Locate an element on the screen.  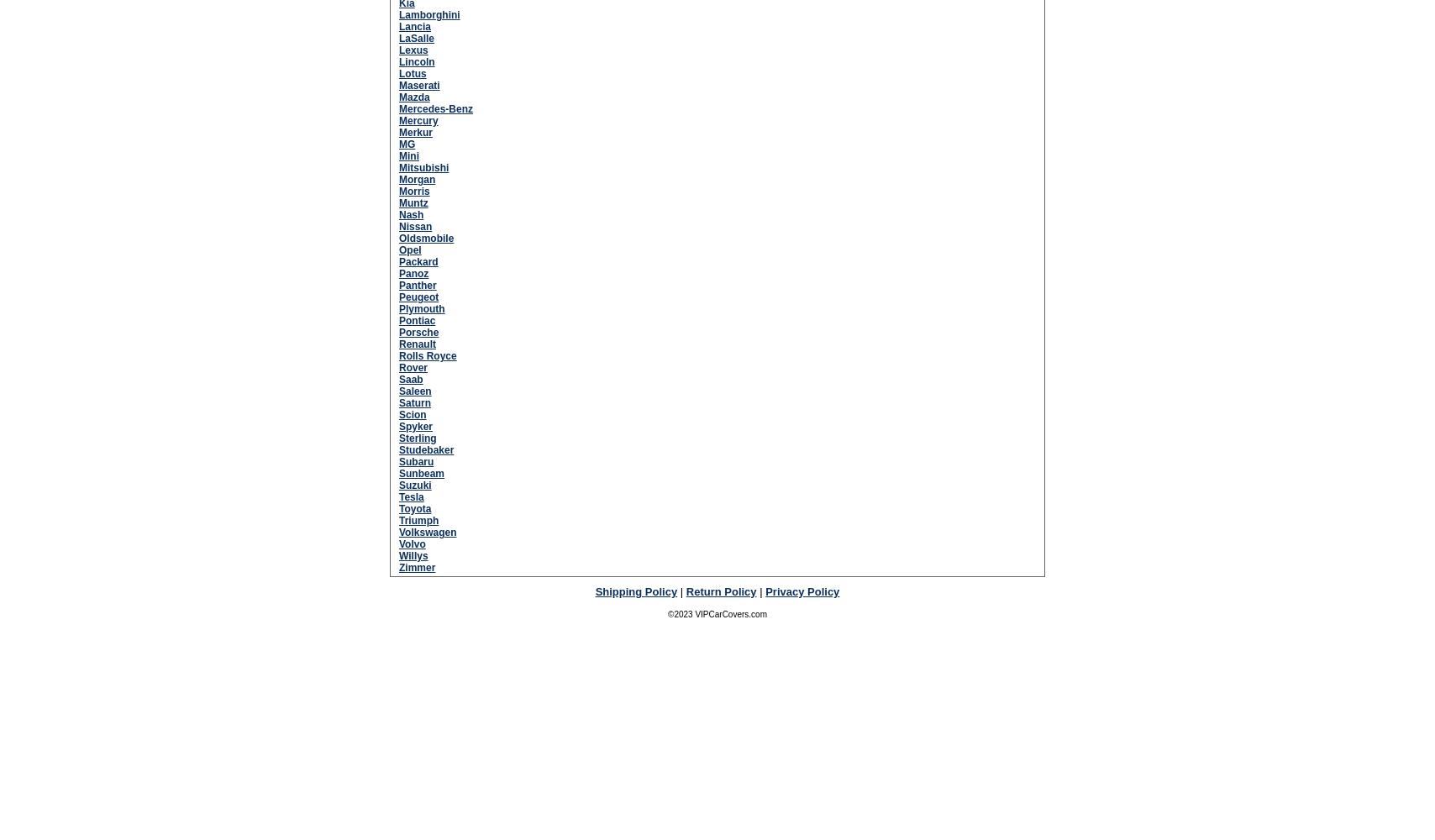
'Saturn' is located at coordinates (414, 402).